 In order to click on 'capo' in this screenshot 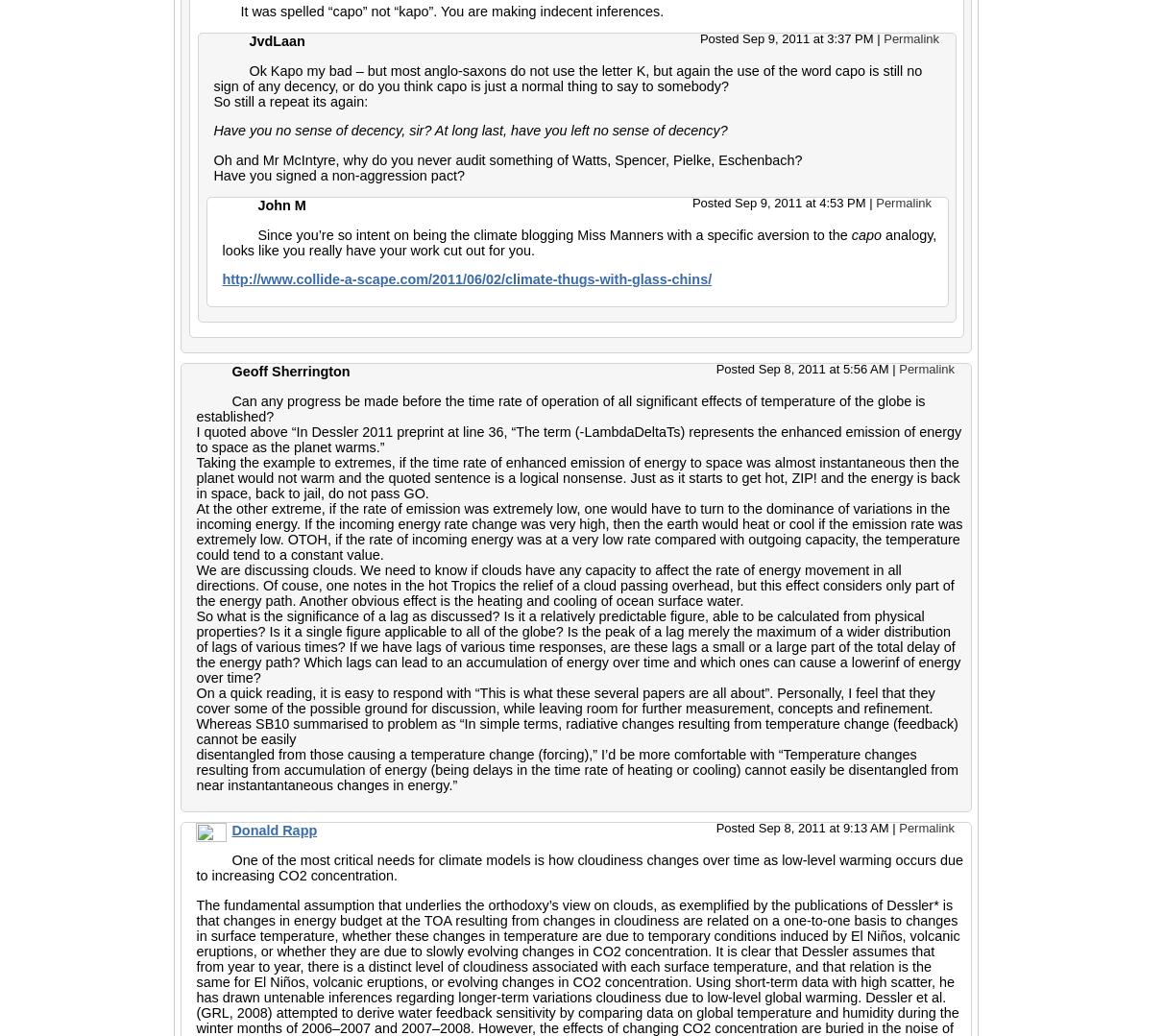, I will do `click(865, 234)`.